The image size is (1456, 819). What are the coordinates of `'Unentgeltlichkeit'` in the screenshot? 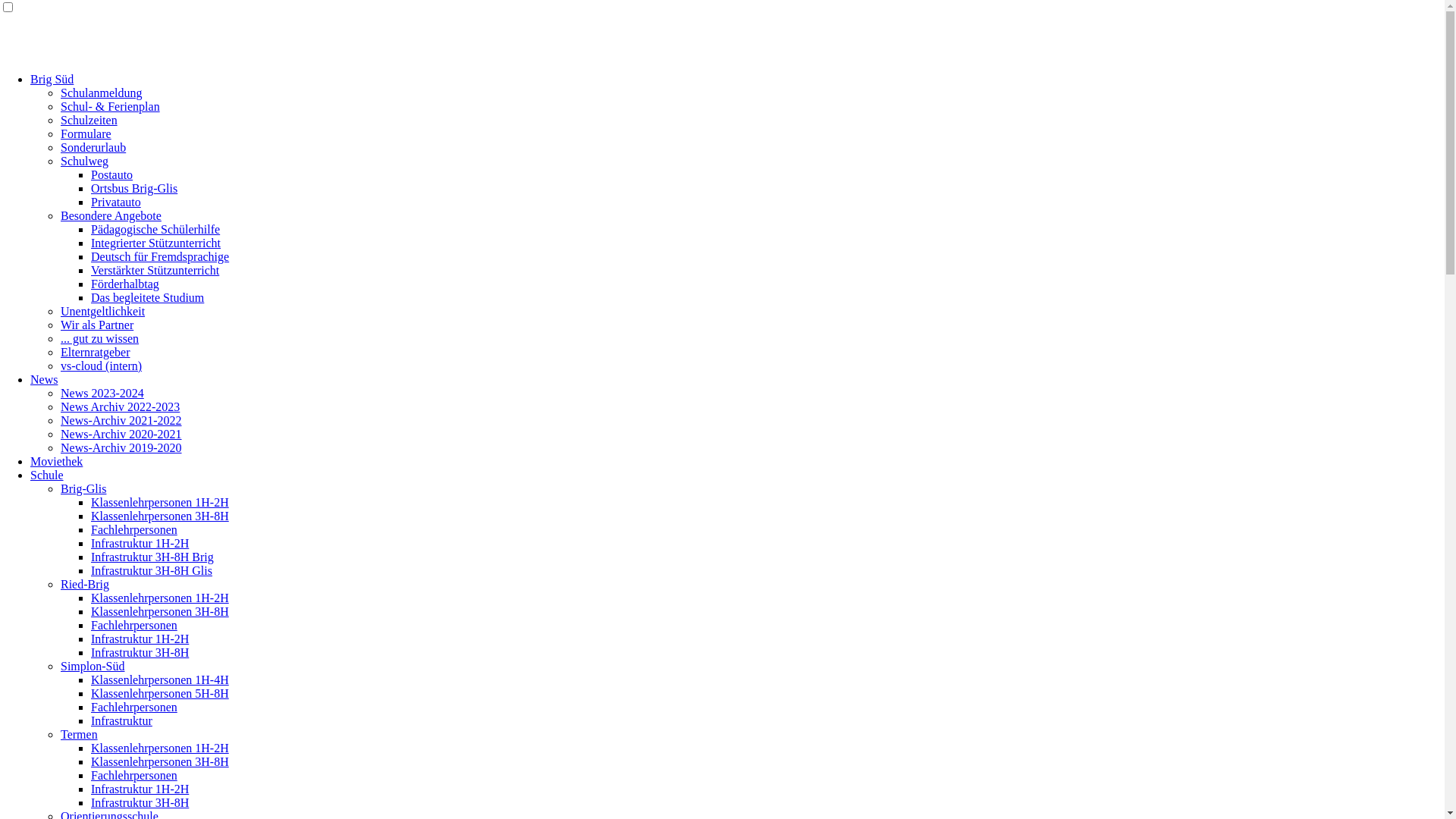 It's located at (61, 310).